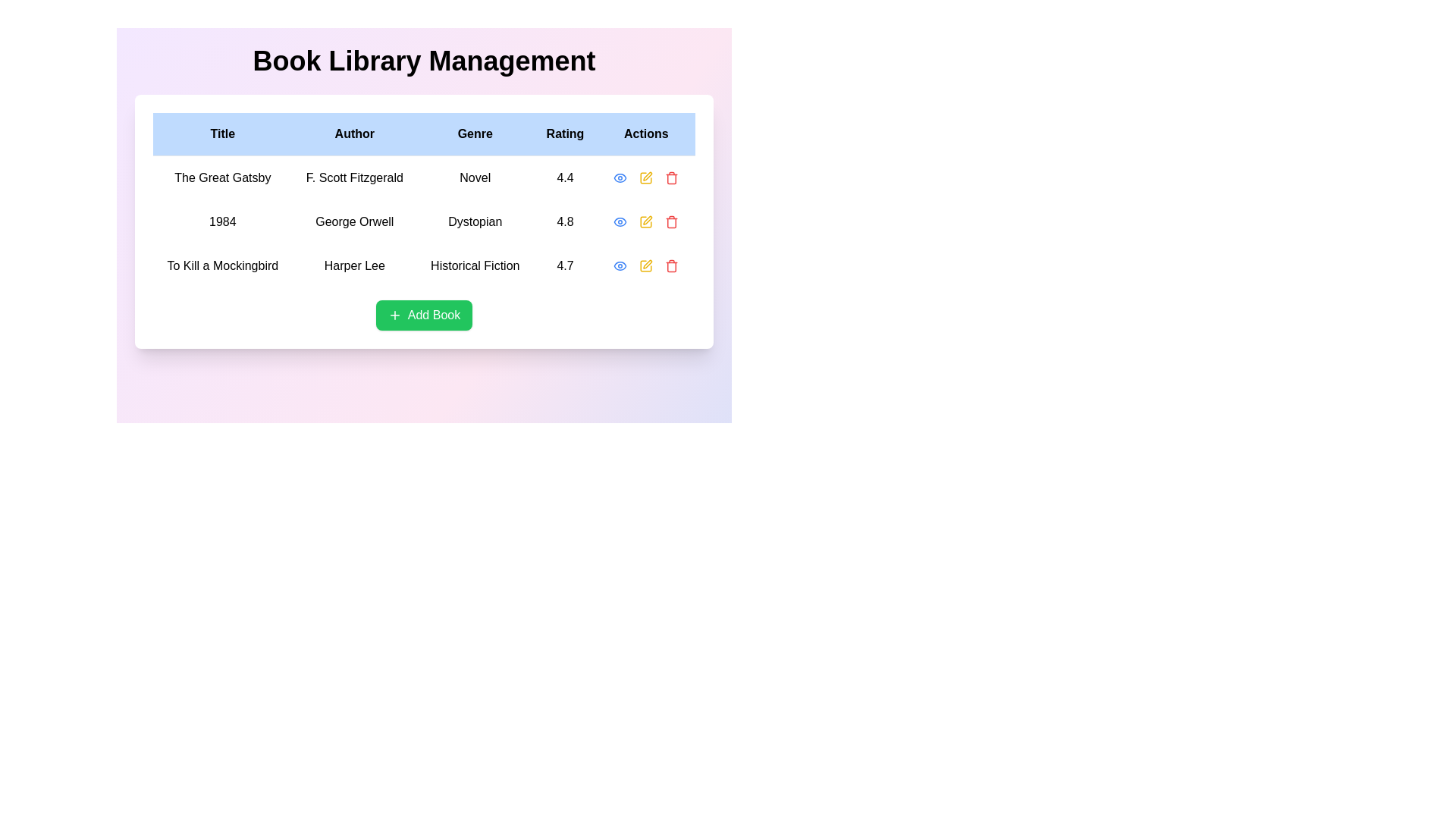  Describe the element at coordinates (671, 222) in the screenshot. I see `the delete action icon button, which is the rightmost item in the second row of the 'Actions' column in the table, immediately following the yellow pencil icon` at that location.